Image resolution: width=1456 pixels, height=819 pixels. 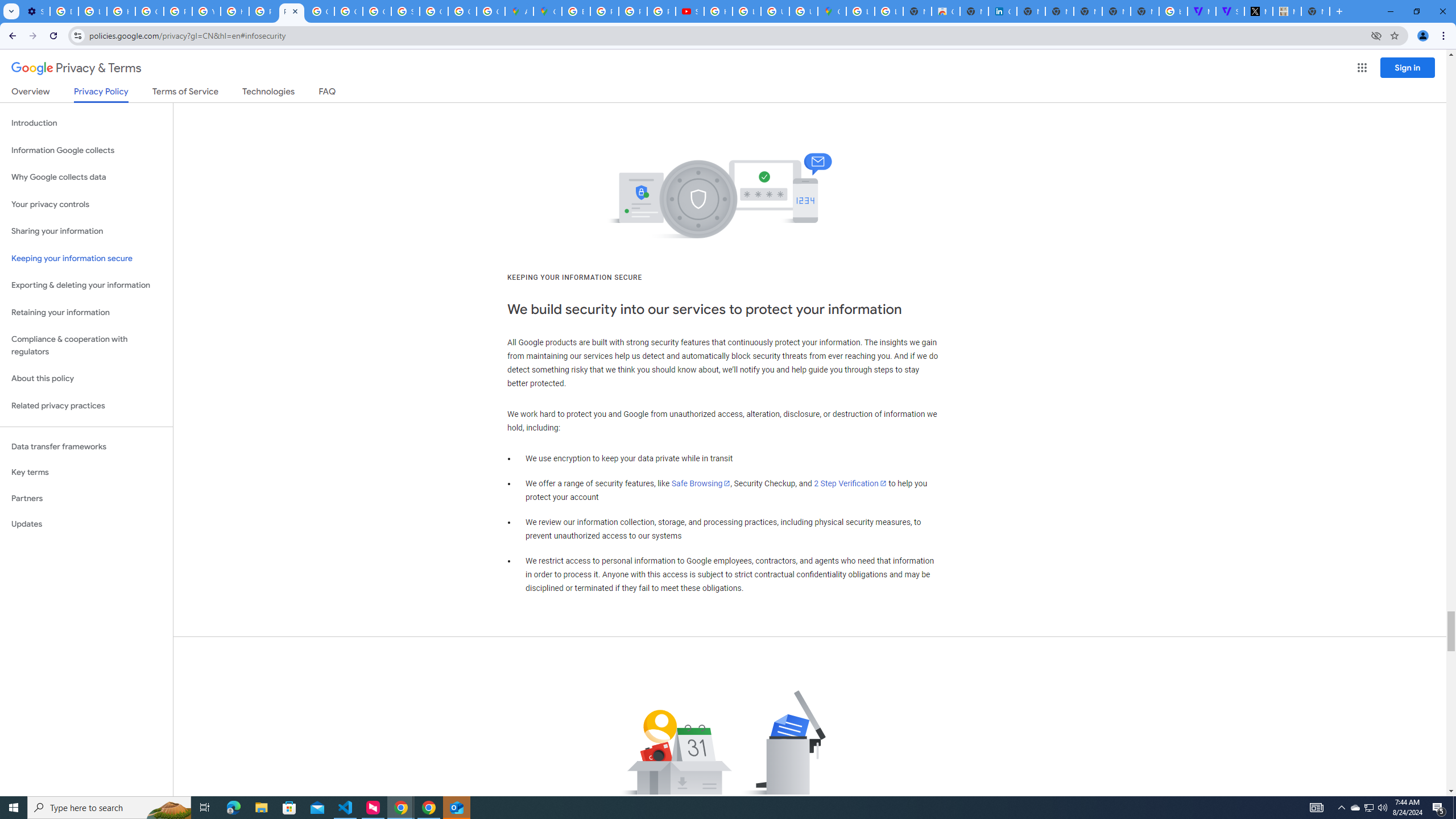 What do you see at coordinates (148, 11) in the screenshot?
I see `'Google Account Help'` at bounding box center [148, 11].